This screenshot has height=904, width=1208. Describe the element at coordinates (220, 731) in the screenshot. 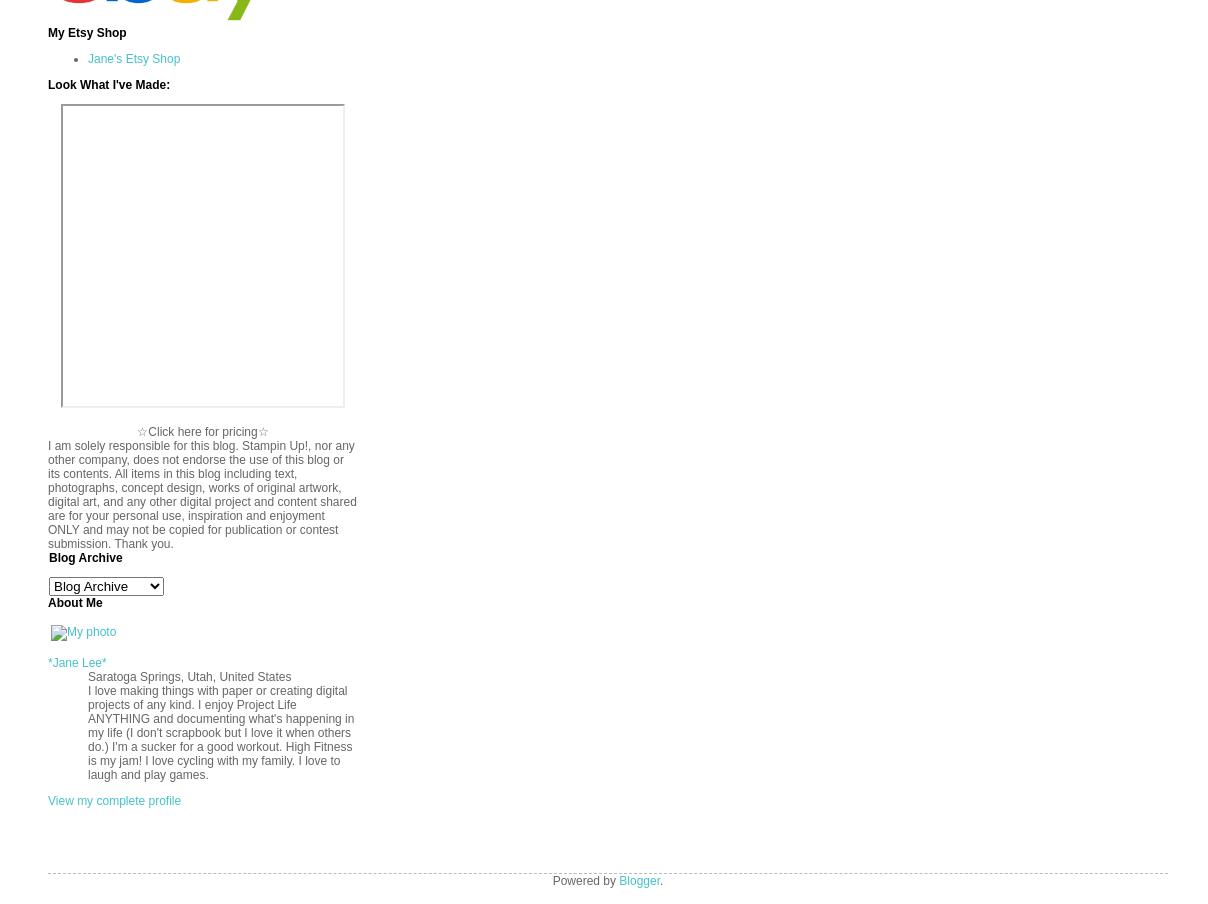

I see `'I love making things with paper or creating digital projects of any kind.  I enjoy Project Life ANYTHING and documenting what's happening in my life (I don't scrapbook but I love it when others do.)  I'm a sucker for a good workout.  High Fitness is my jam!  I love cycling with my family.  I love to laugh and play games.'` at that location.